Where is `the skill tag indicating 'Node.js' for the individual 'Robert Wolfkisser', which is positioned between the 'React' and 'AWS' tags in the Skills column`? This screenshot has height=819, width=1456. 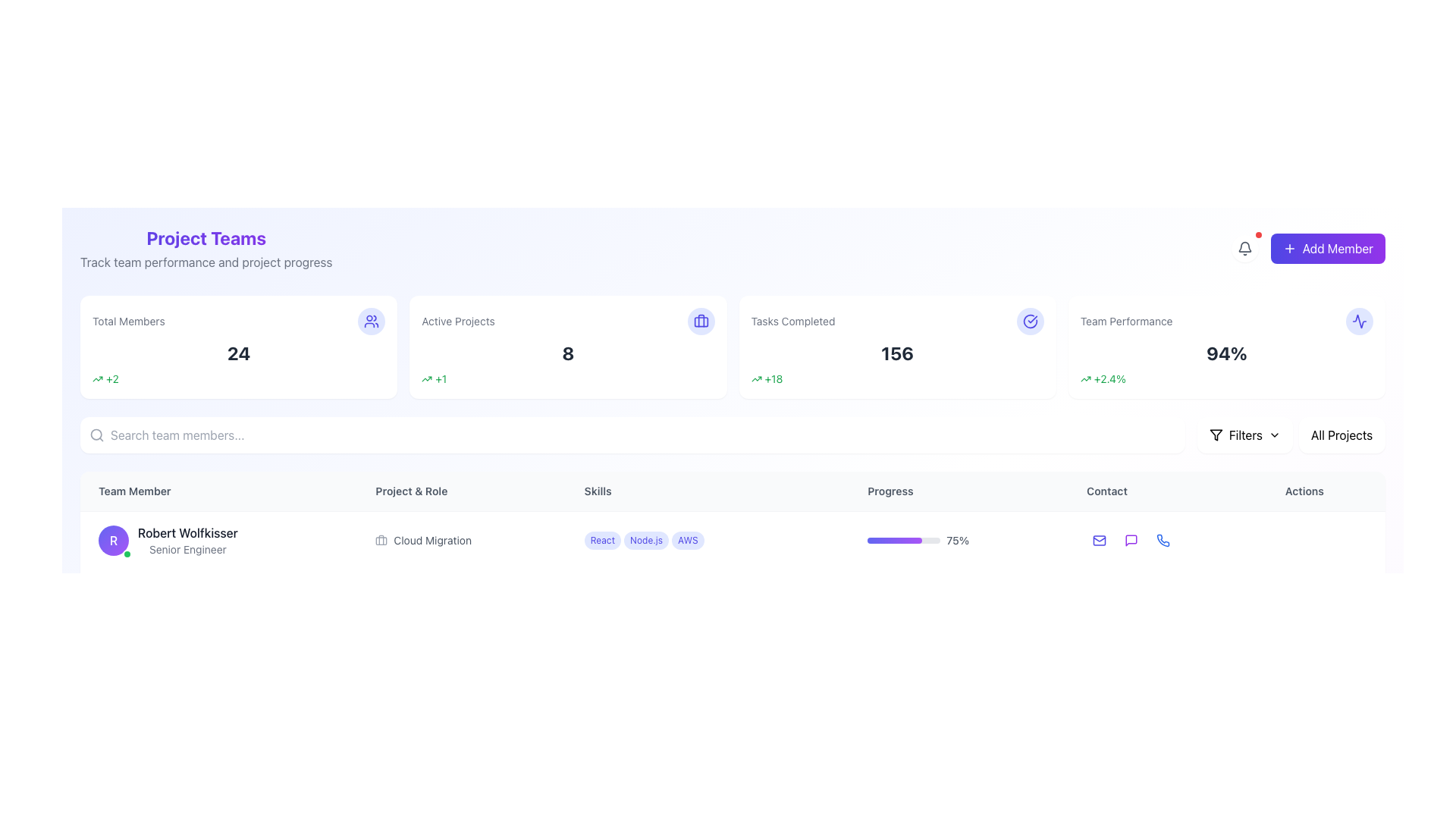
the skill tag indicating 'Node.js' for the individual 'Robert Wolfkisser', which is positioned between the 'React' and 'AWS' tags in the Skills column is located at coordinates (646, 540).